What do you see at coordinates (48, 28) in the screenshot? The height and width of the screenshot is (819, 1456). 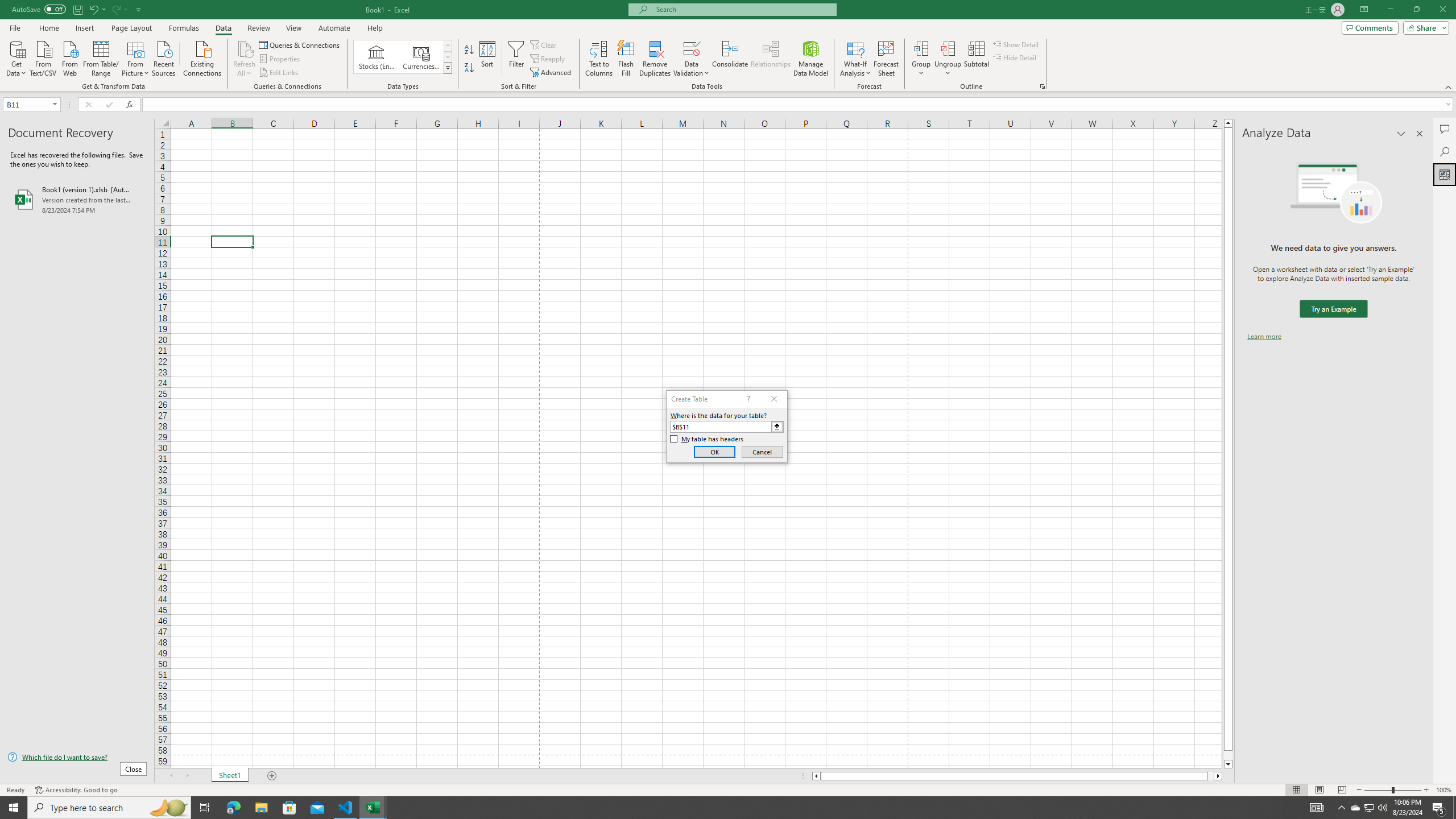 I see `'Home'` at bounding box center [48, 28].